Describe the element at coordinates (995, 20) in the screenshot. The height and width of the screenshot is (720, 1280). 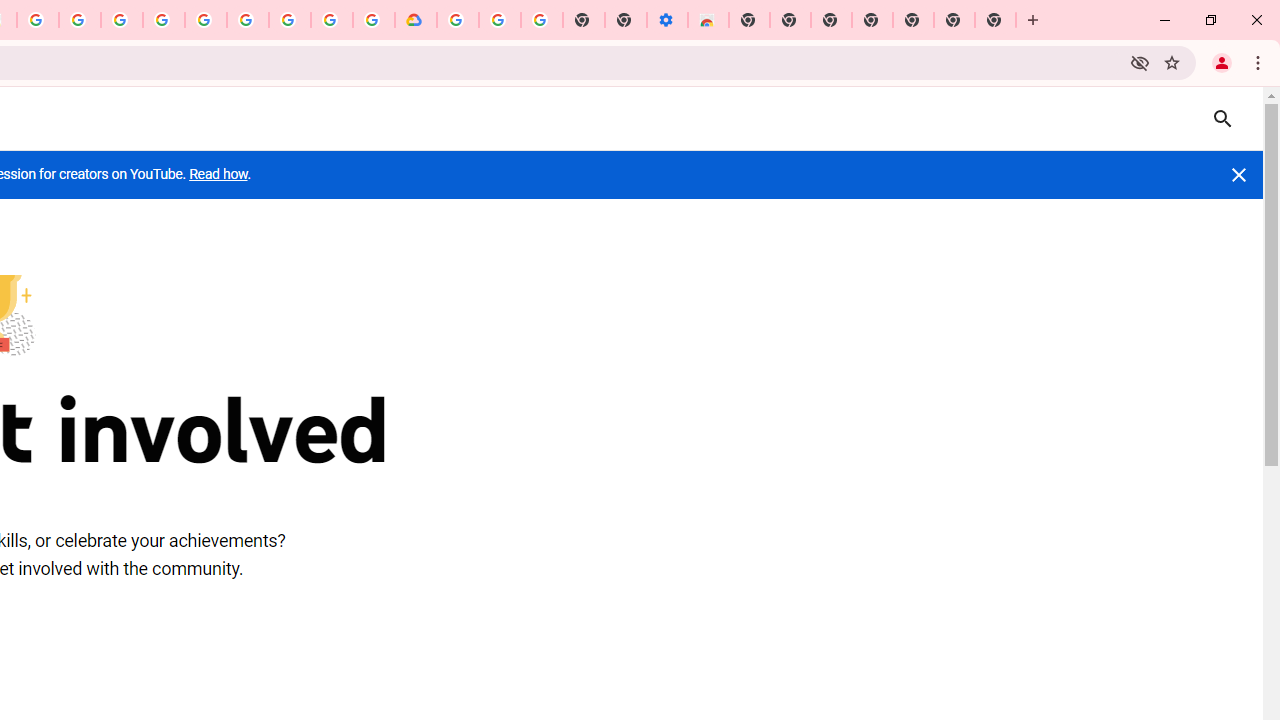
I see `'New Tab'` at that location.